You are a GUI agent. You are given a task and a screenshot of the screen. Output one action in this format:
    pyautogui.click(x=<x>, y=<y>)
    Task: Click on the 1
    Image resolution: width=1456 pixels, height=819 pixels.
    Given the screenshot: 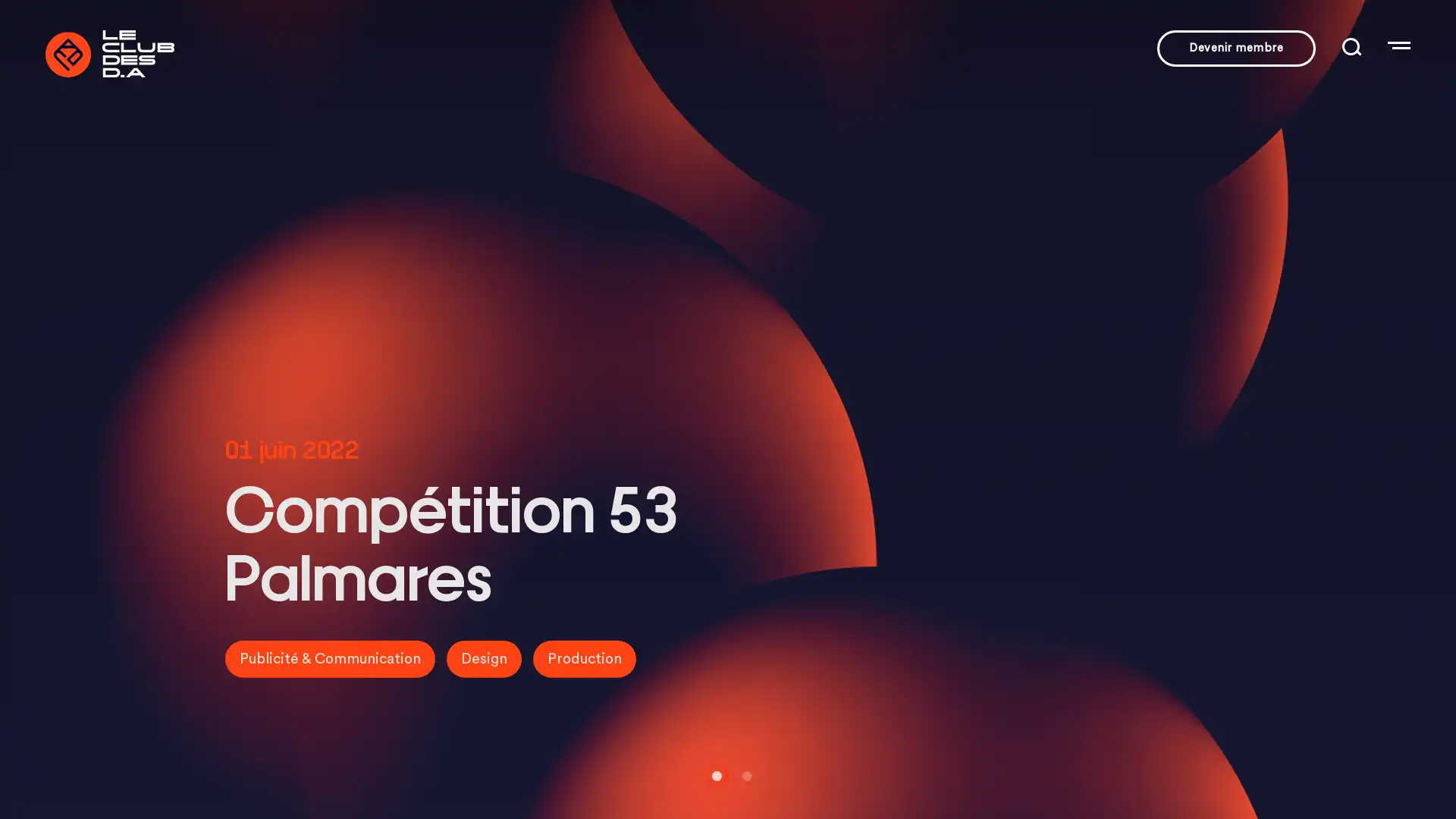 What is the action you would take?
    pyautogui.click(x=712, y=776)
    